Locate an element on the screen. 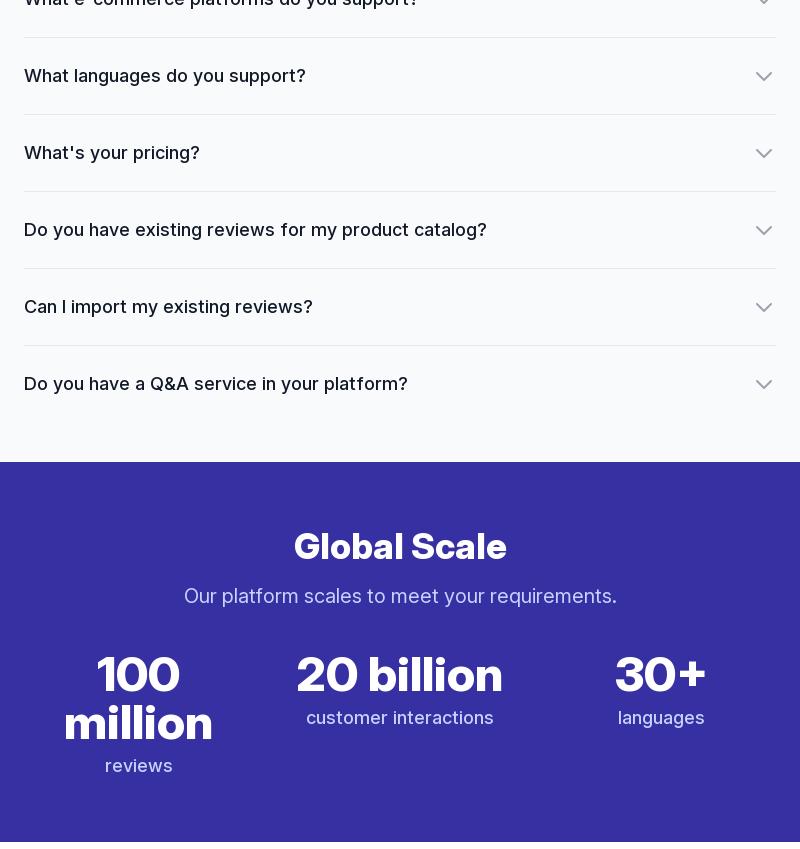 The image size is (800, 849). 'What's your pricing?' is located at coordinates (24, 152).